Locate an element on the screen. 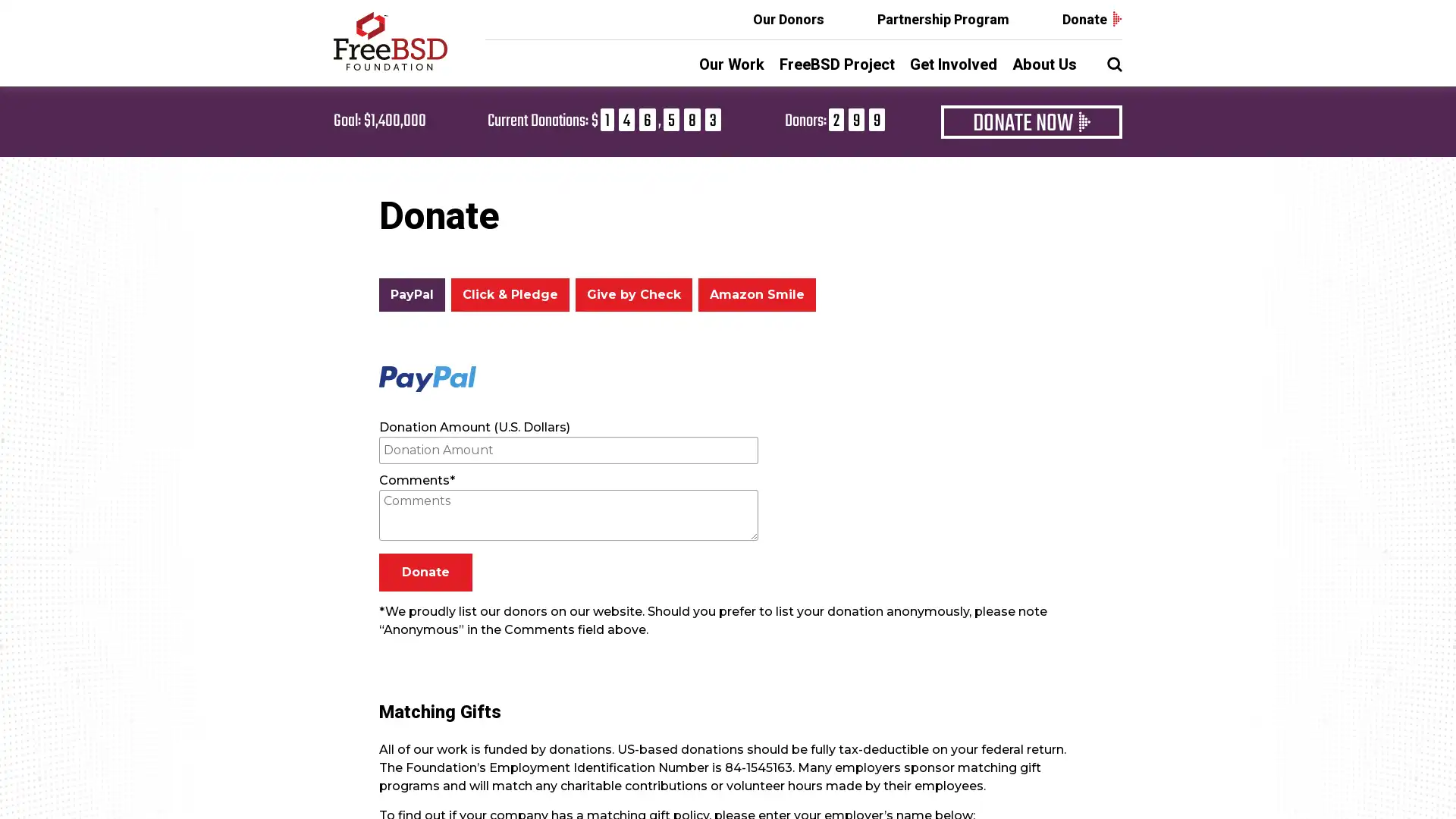 The image size is (1456, 819). Donate is located at coordinates (425, 573).